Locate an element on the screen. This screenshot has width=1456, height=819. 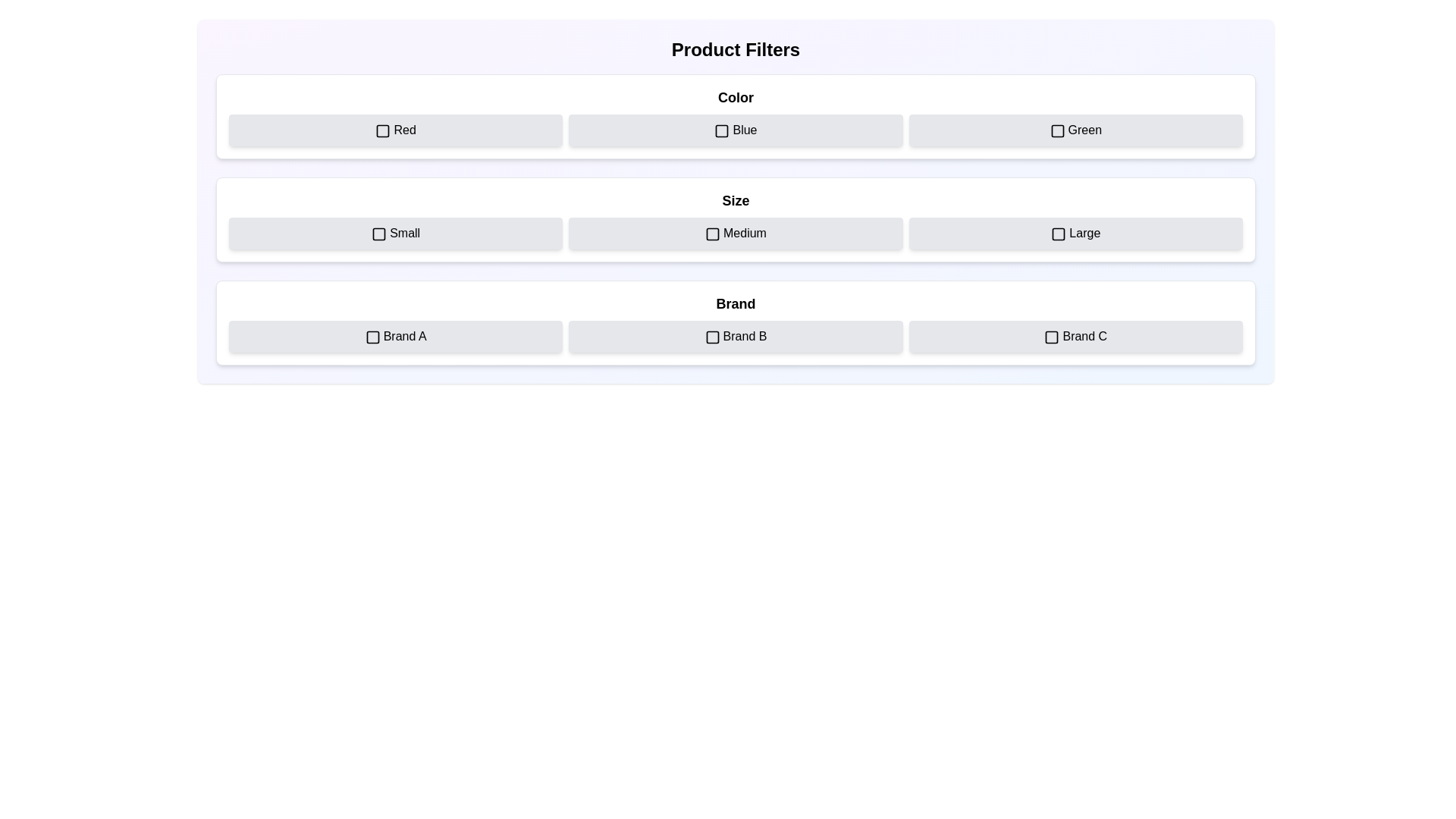
the Checkbox indicator next to the text label 'Blue' is located at coordinates (721, 130).